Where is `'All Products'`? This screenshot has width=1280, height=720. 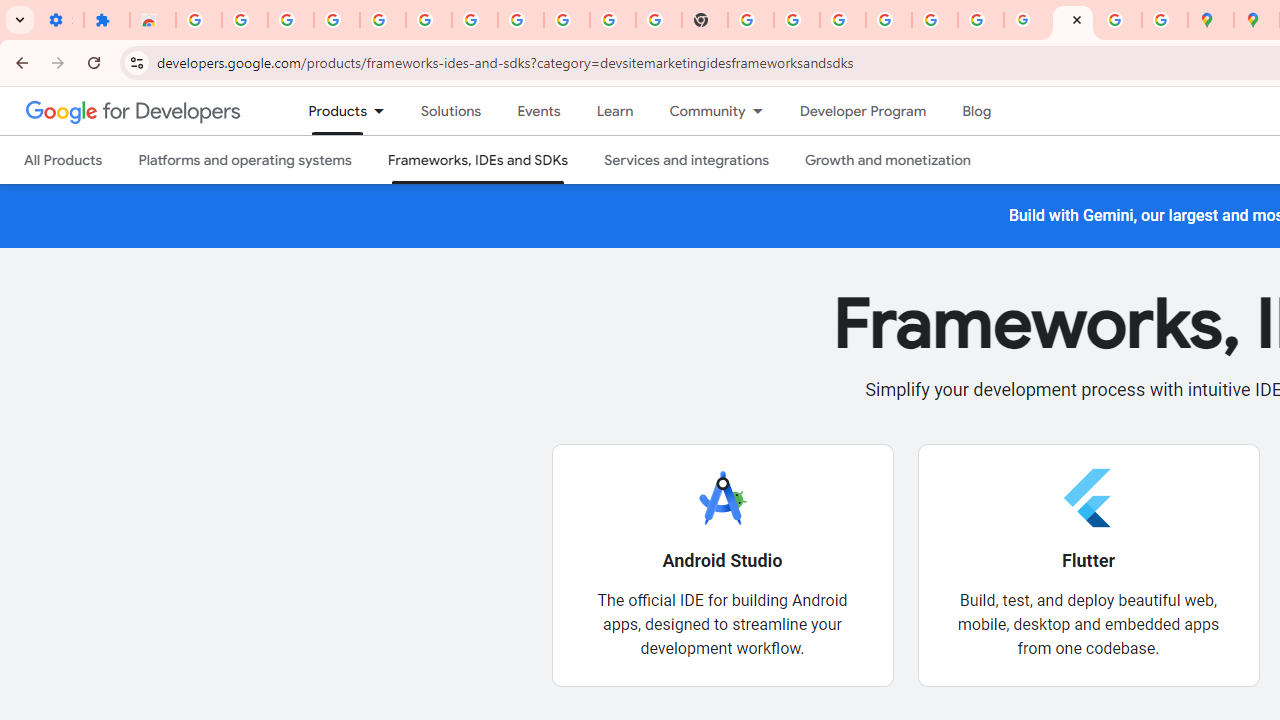
'All Products' is located at coordinates (64, 159).